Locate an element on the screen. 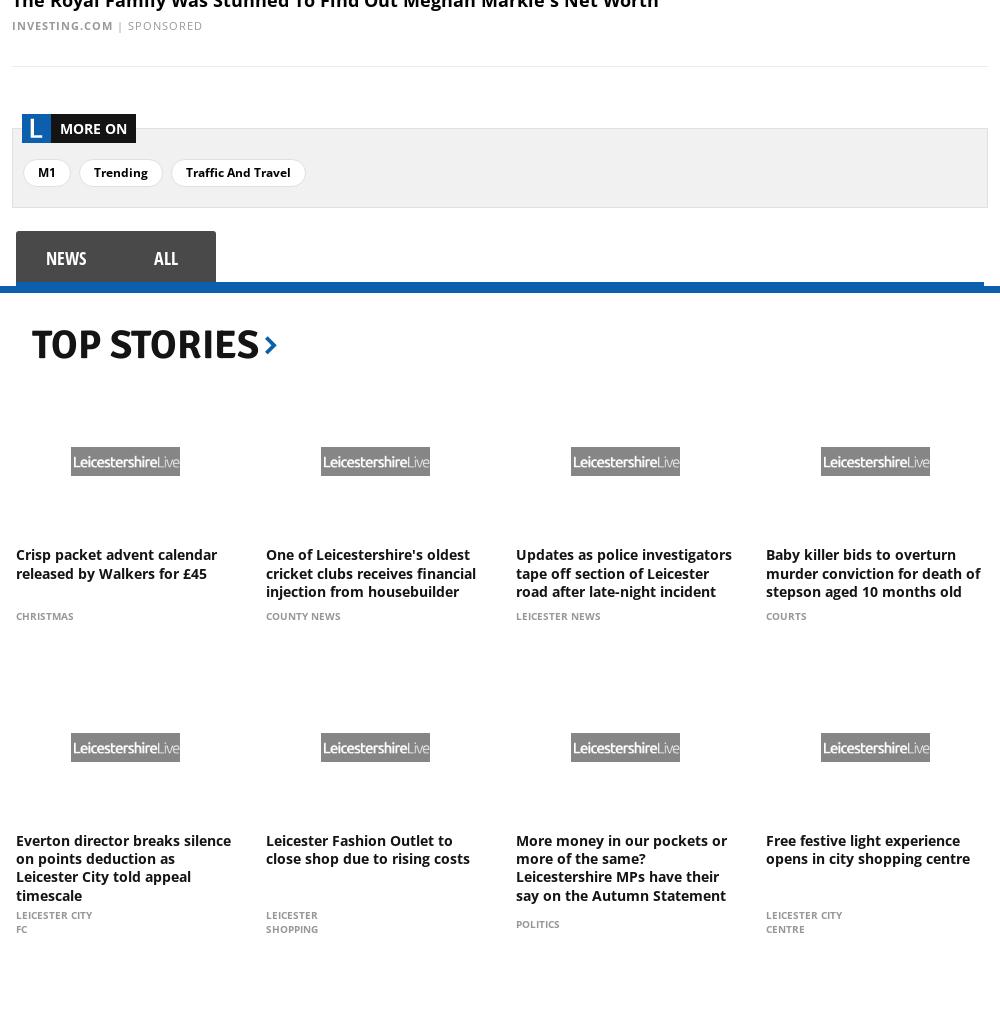  'Christmas' is located at coordinates (16, 614).